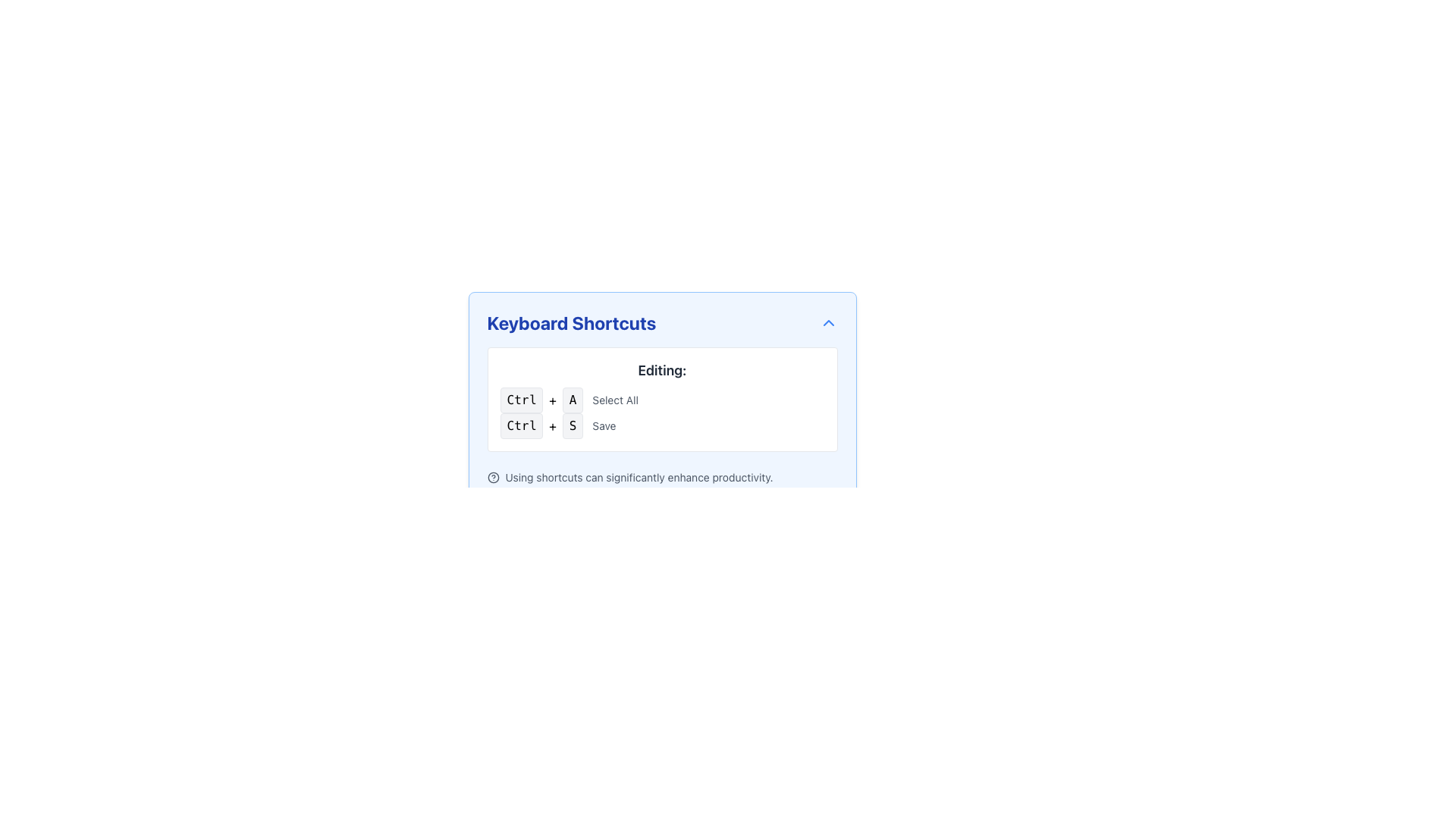 The height and width of the screenshot is (819, 1456). Describe the element at coordinates (662, 371) in the screenshot. I see `the 'Editing' text label, which serves as a heading for the keyboard shortcuts section in the white box titled 'Keyboard Shortcuts'` at that location.